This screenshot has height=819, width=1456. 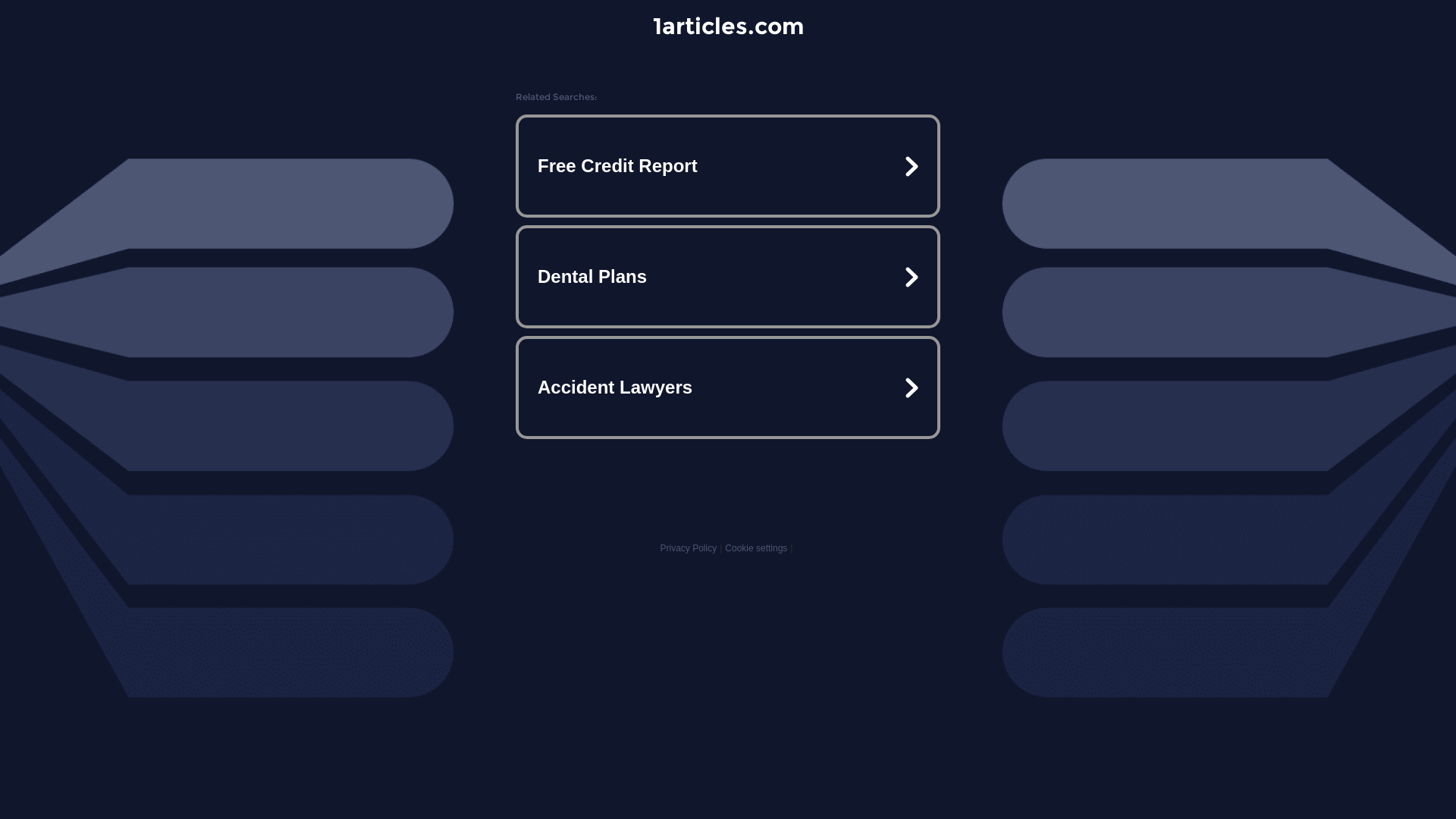 I want to click on 'Free Credit Report', so click(x=519, y=166).